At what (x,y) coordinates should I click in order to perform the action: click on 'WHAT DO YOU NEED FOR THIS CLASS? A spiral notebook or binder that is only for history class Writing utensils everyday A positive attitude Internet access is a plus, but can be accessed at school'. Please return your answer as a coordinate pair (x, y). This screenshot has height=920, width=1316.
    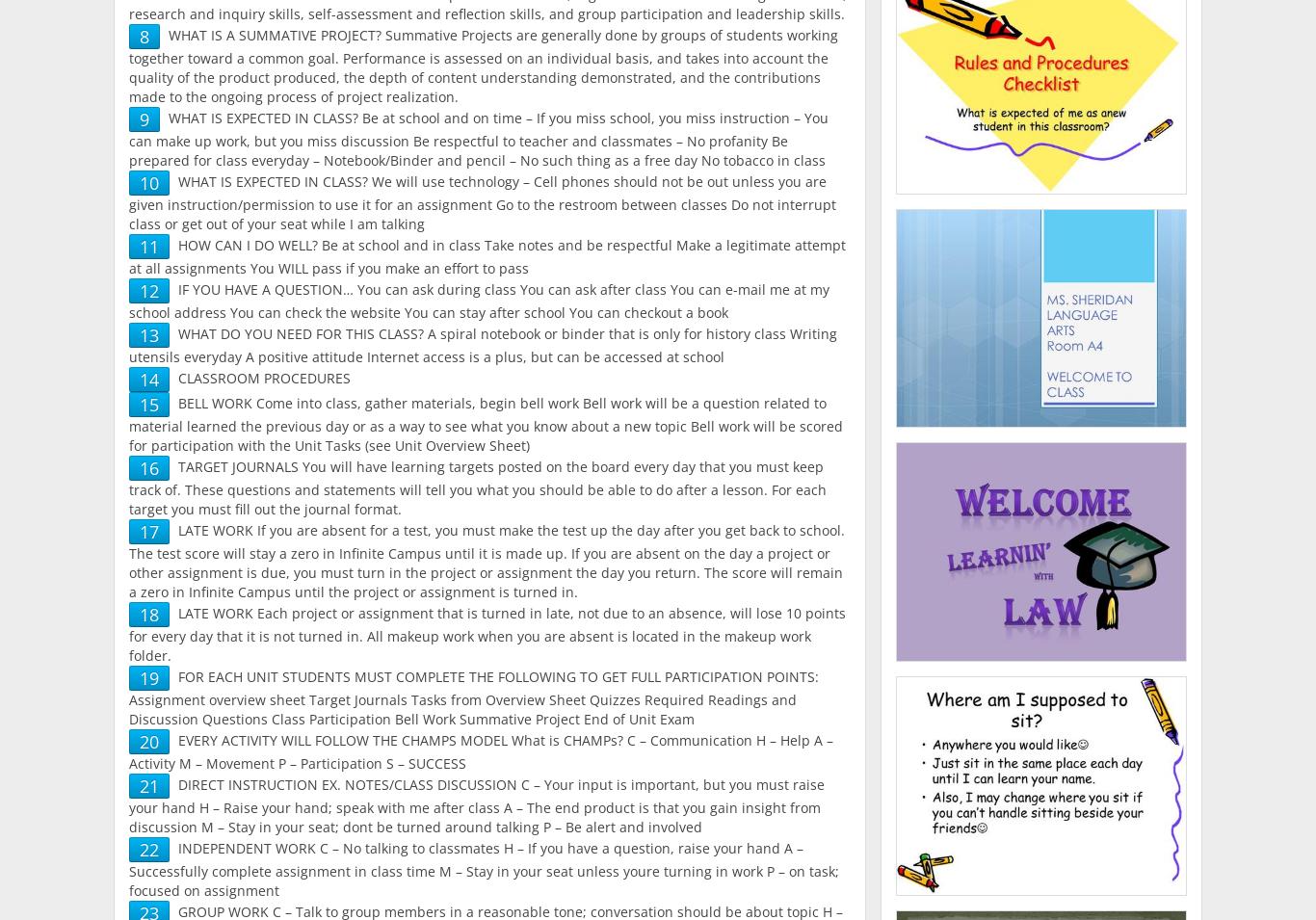
    Looking at the image, I should click on (128, 344).